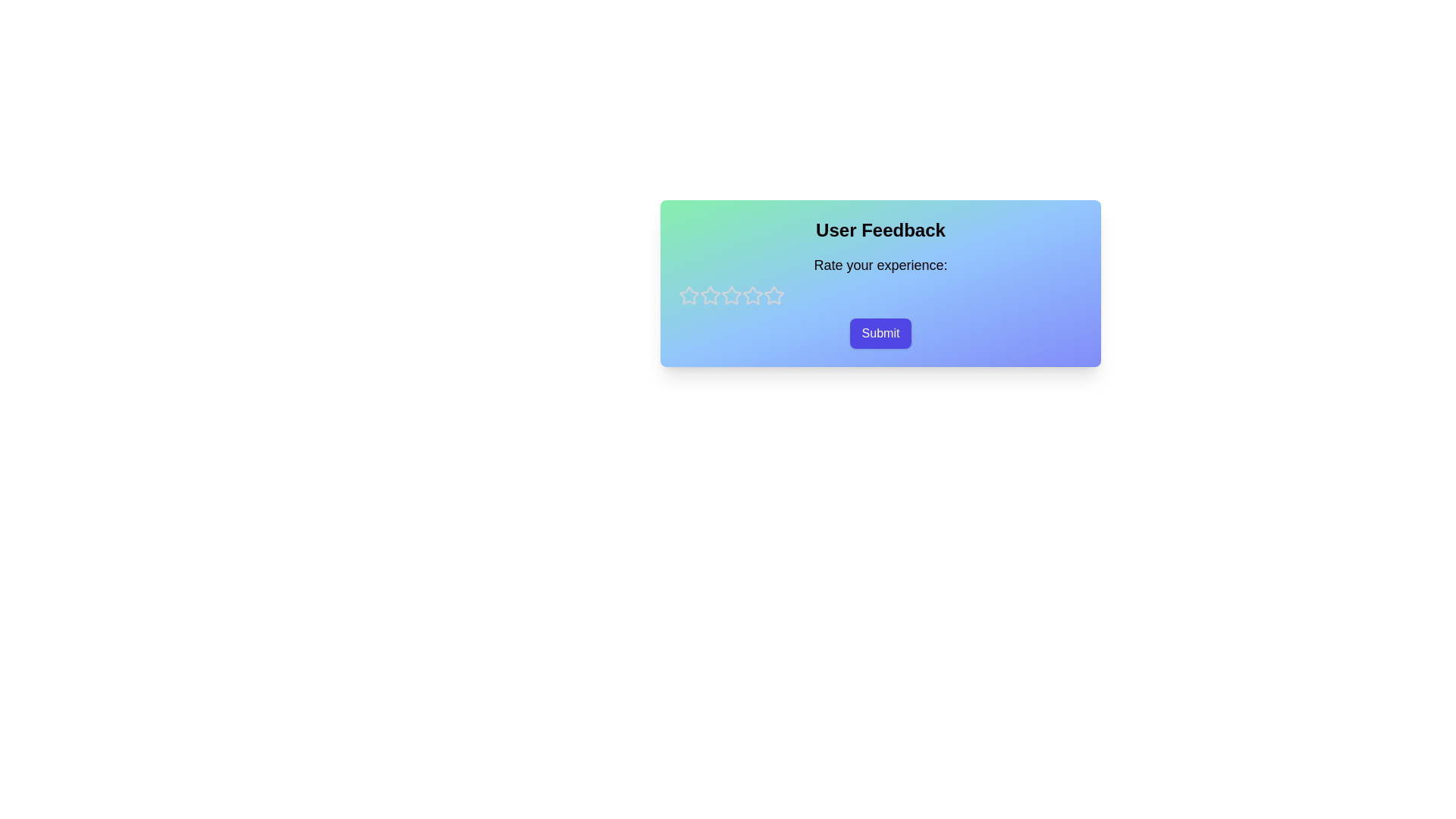 The image size is (1456, 819). Describe the element at coordinates (880, 332) in the screenshot. I see `the 'Submit' button, which is a rounded rectangular button with a purple background and white text, located in the bottom-right of the card component below the 'Rate your experience:' text` at that location.